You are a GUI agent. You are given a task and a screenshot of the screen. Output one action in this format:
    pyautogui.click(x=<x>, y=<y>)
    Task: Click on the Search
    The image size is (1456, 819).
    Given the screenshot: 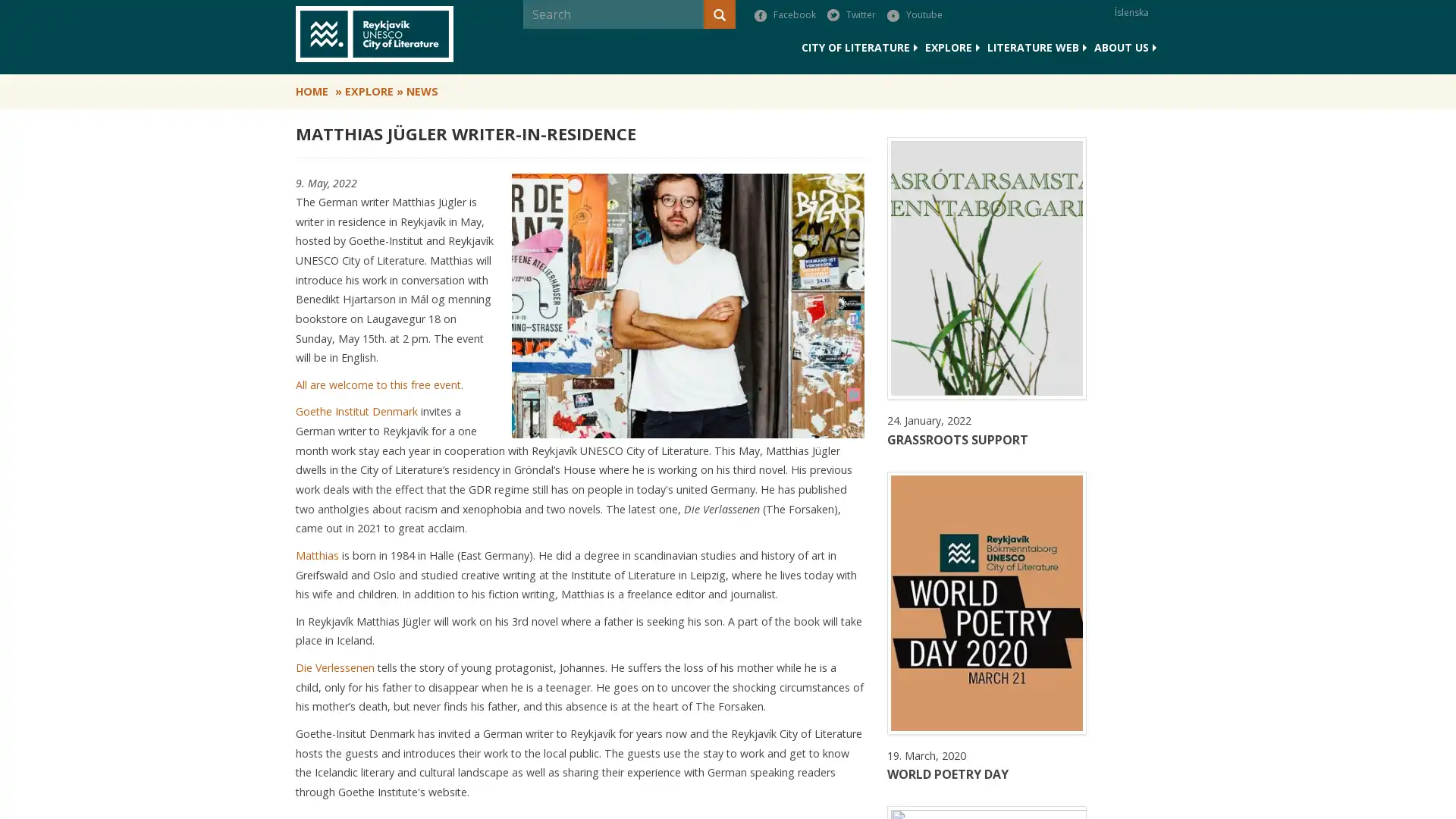 What is the action you would take?
    pyautogui.click(x=524, y=42)
    